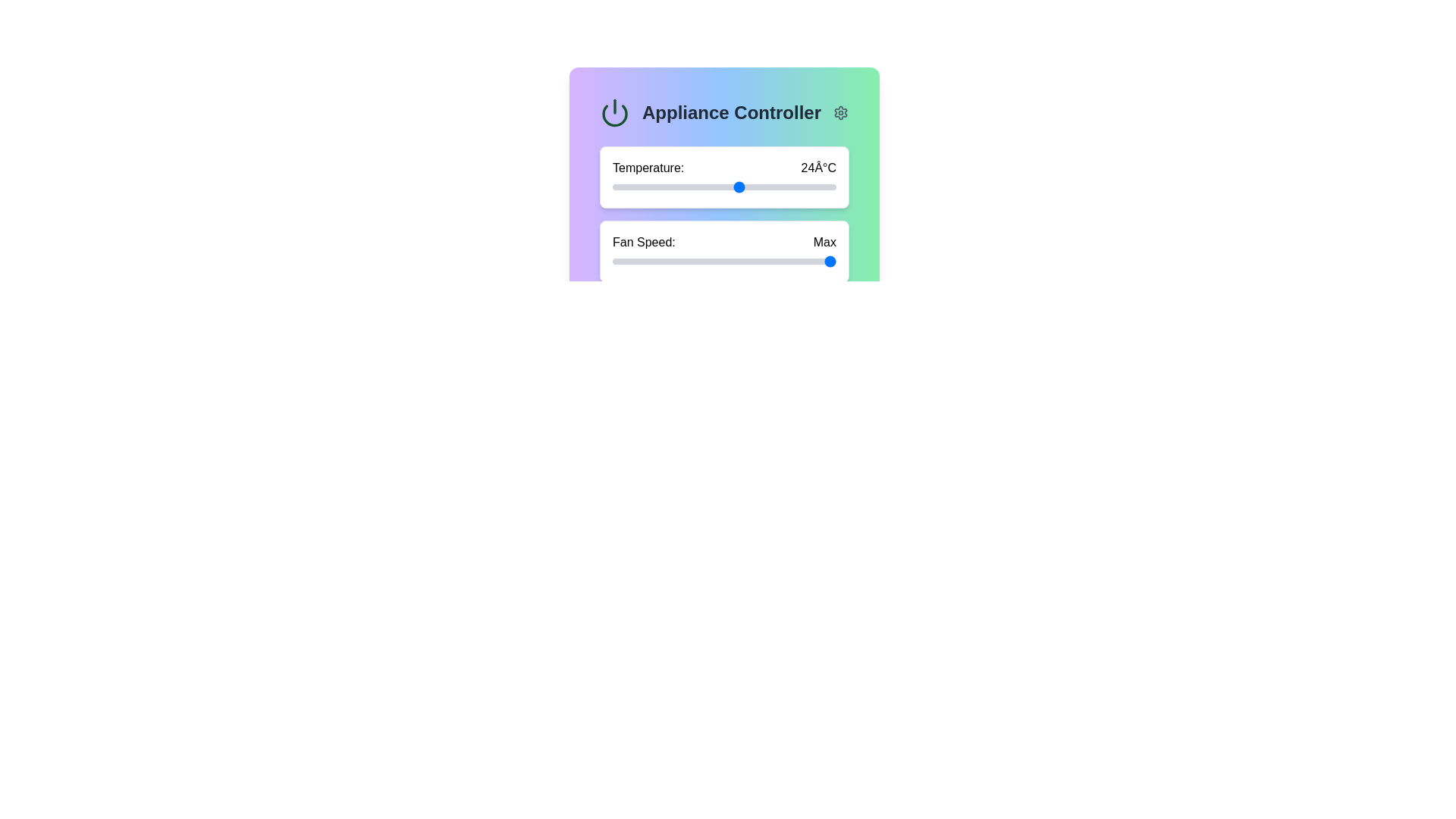  I want to click on the fan speed to 0 level, so click(612, 260).